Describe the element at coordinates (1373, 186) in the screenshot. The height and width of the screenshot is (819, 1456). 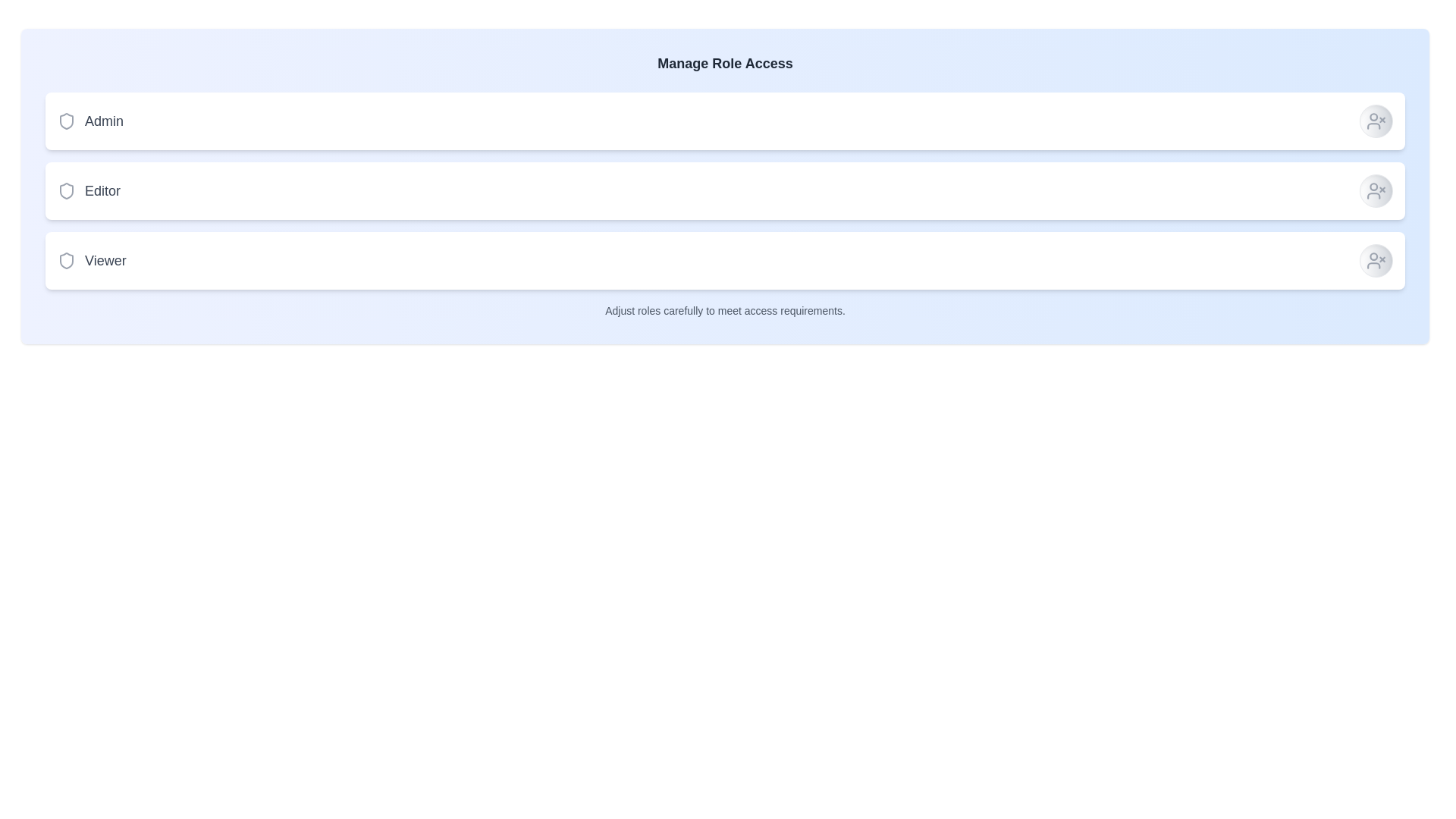
I see `the graphical component of the circular element within the SVG on the right end of the 'Editor' row in the 'Manage Role Access' interface` at that location.